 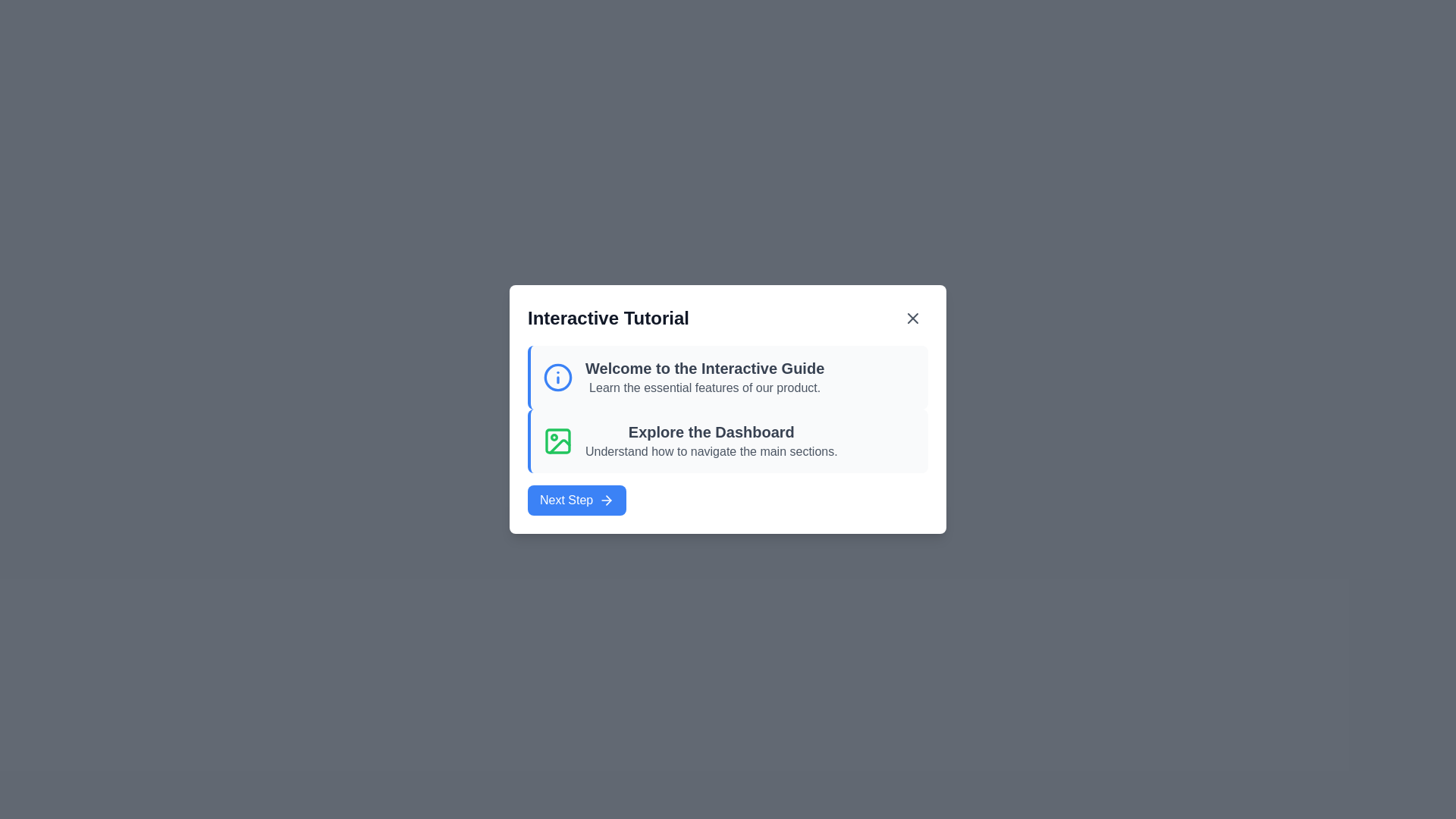 What do you see at coordinates (728, 376) in the screenshot?
I see `the Information Card located in the upper-center part of the dialog modal window, positioned above the 'Next Step' button` at bounding box center [728, 376].